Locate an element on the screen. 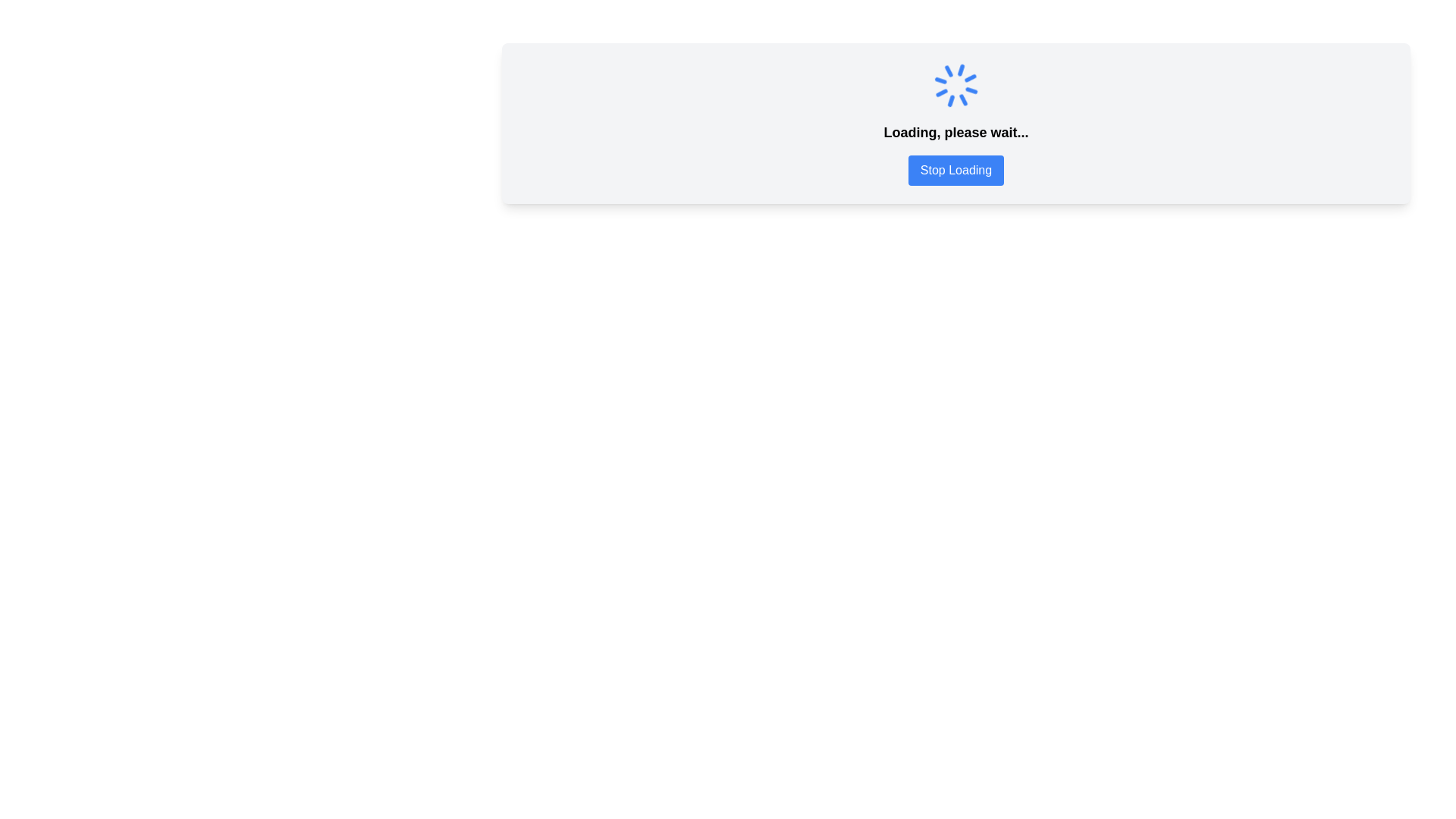  the Visual Loader Segment, which is a blue line segment forming part of the SVG spinner animation, located in the top-right section of the loader is located at coordinates (971, 91).